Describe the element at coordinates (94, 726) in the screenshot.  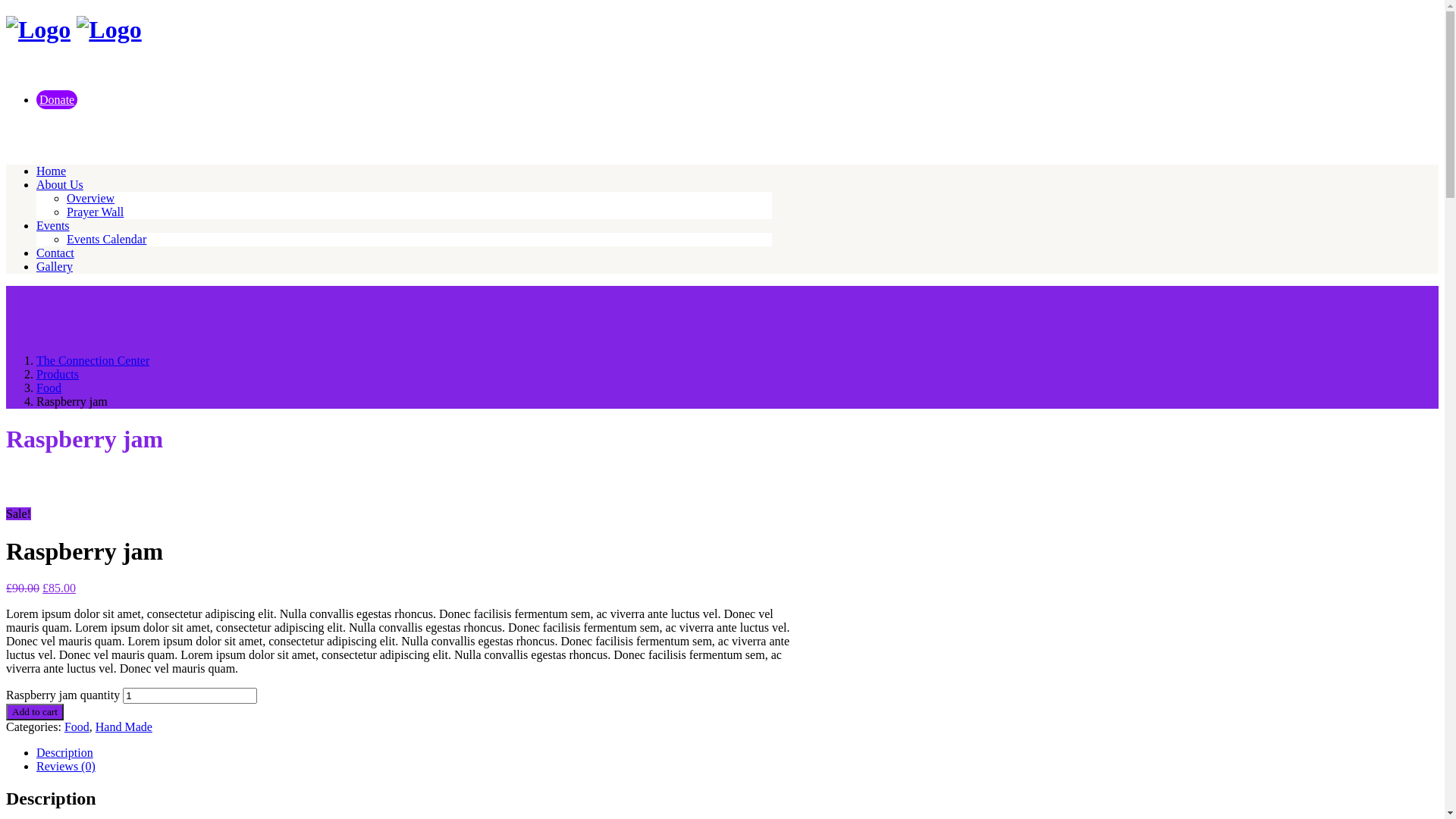
I see `'Hand Made'` at that location.